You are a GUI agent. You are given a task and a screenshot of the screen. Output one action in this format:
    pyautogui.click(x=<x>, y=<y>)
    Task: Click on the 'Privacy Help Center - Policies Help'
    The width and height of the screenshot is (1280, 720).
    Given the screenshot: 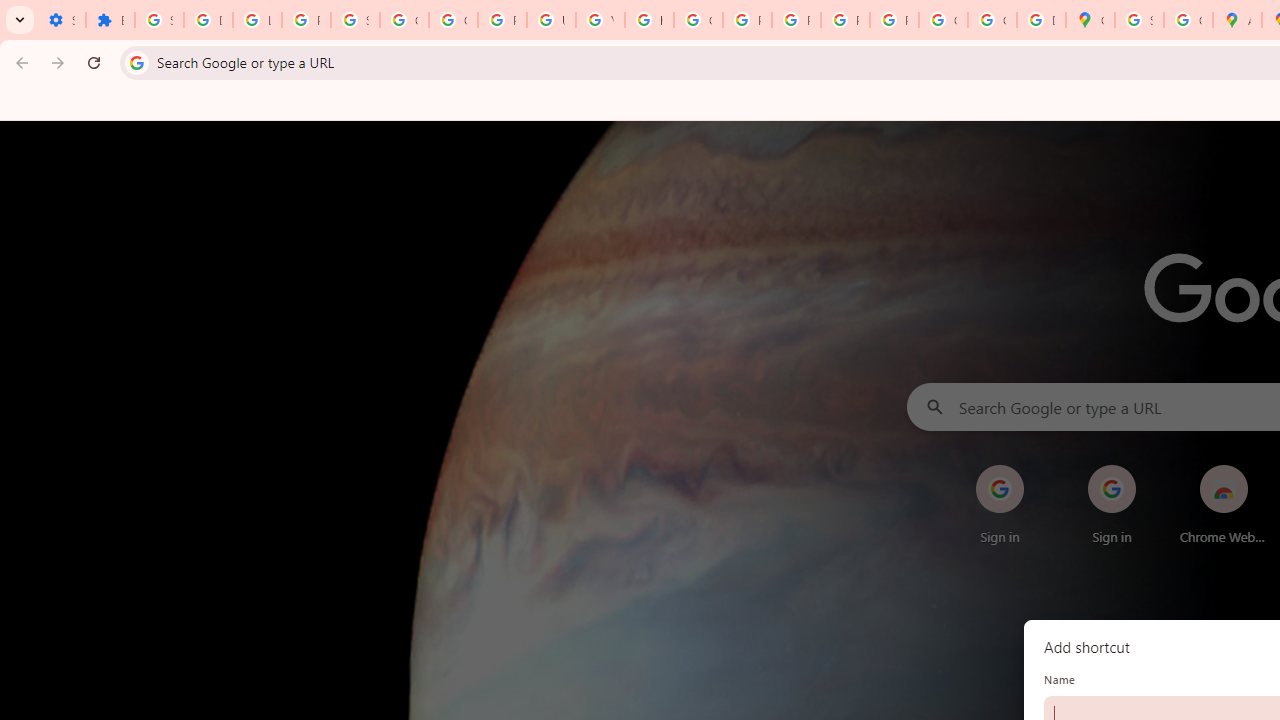 What is the action you would take?
    pyautogui.click(x=746, y=20)
    